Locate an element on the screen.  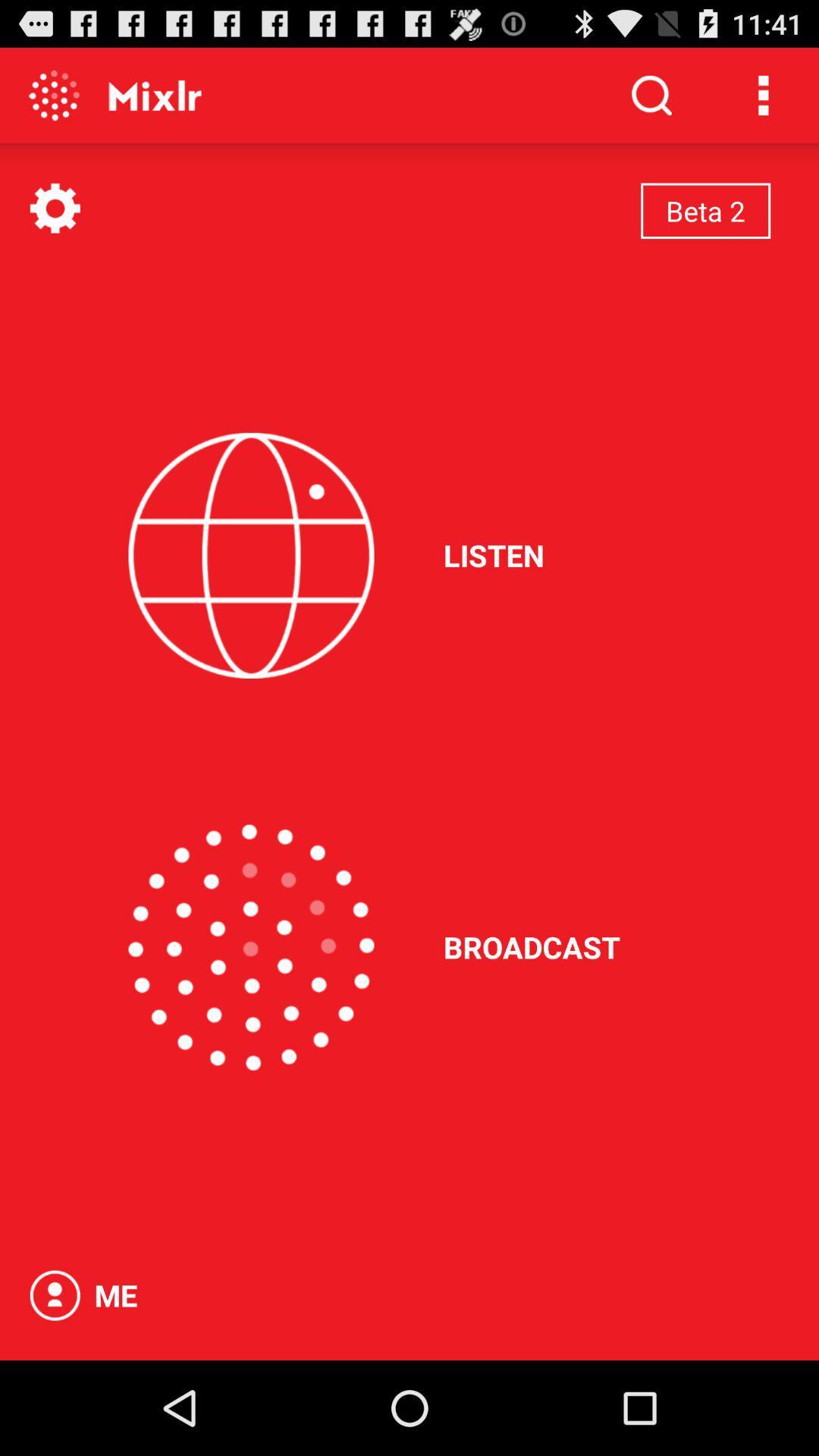
me is located at coordinates (54, 1294).